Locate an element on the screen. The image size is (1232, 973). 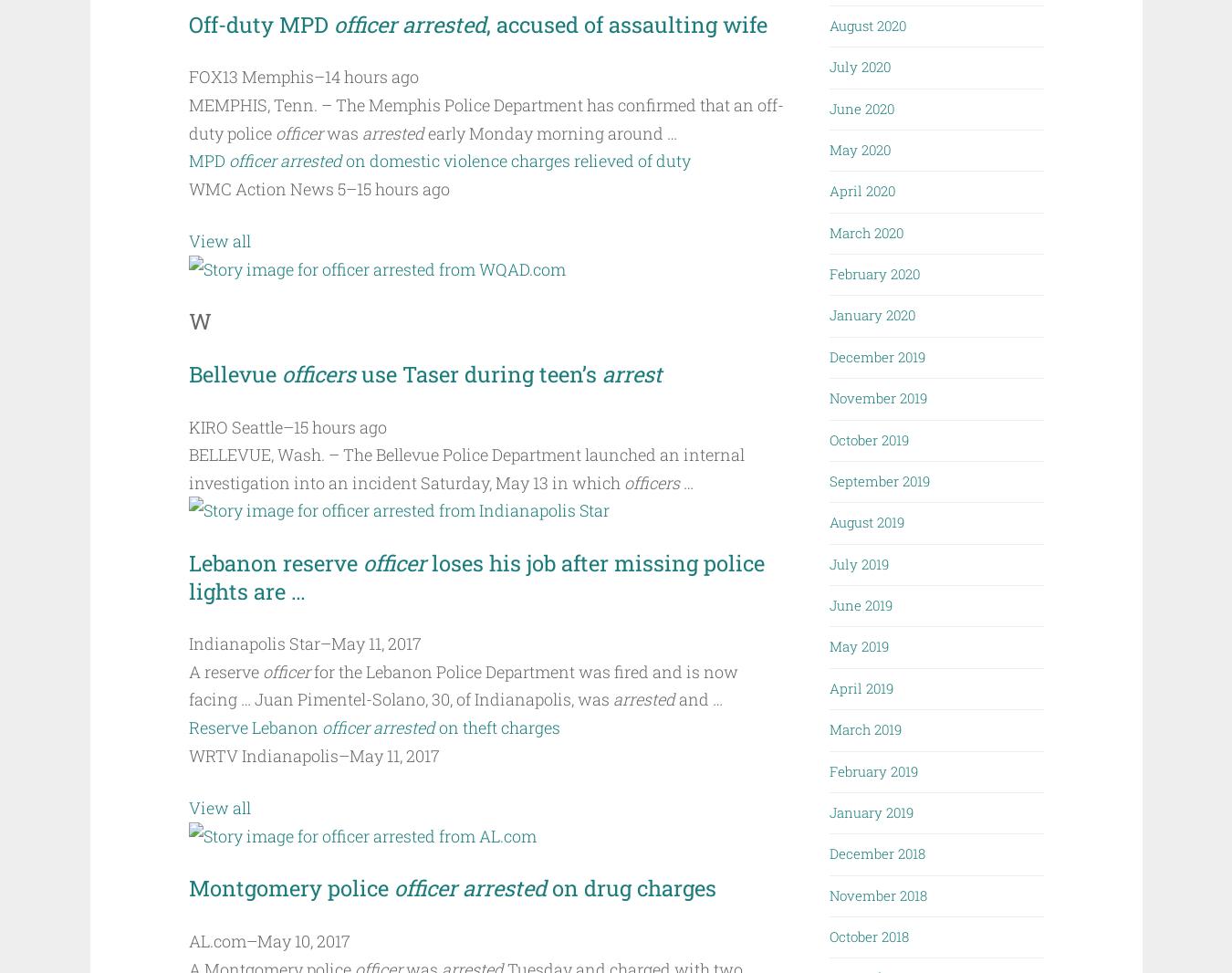
'W' is located at coordinates (188, 320).